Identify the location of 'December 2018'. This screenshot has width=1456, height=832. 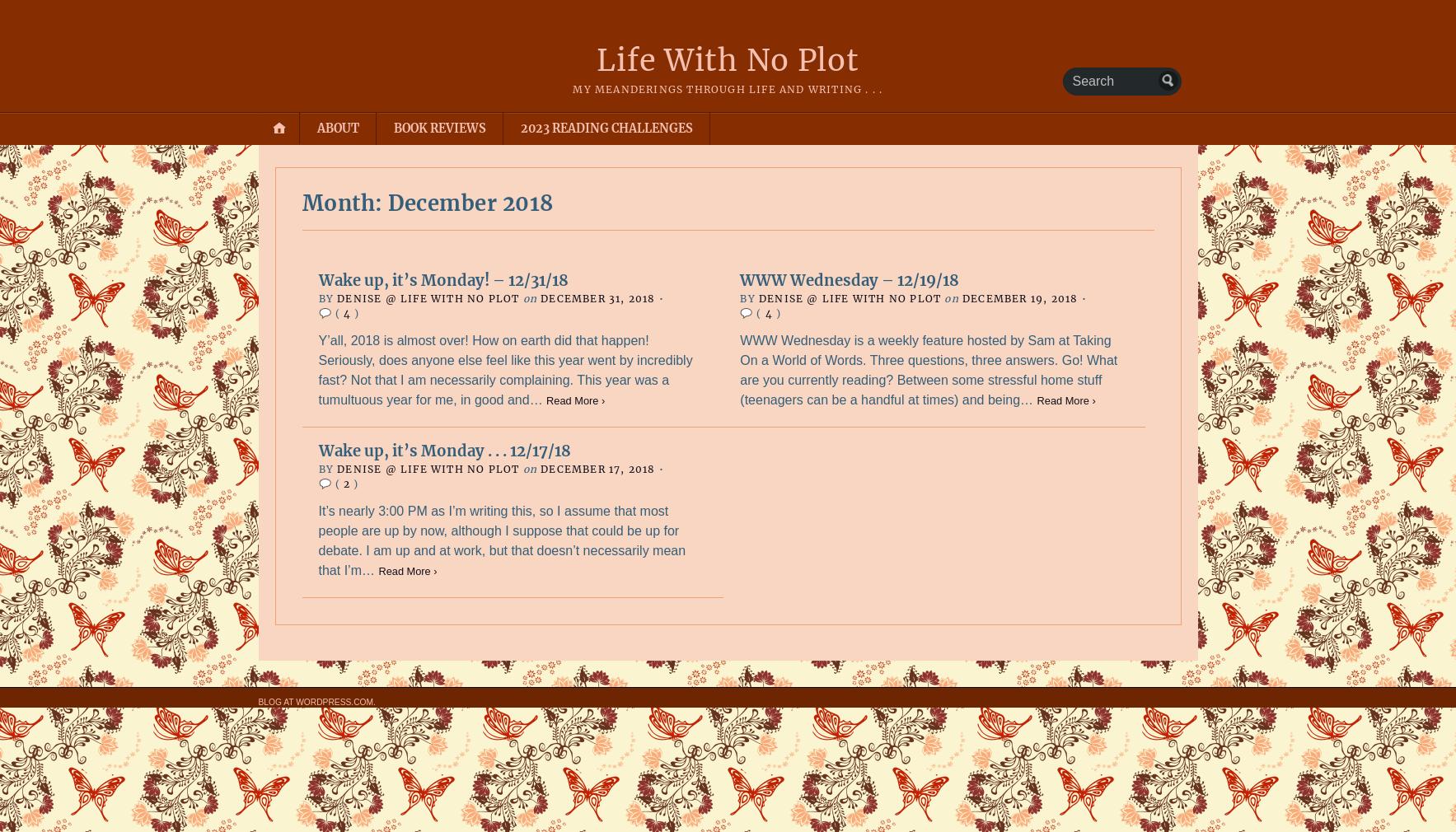
(388, 202).